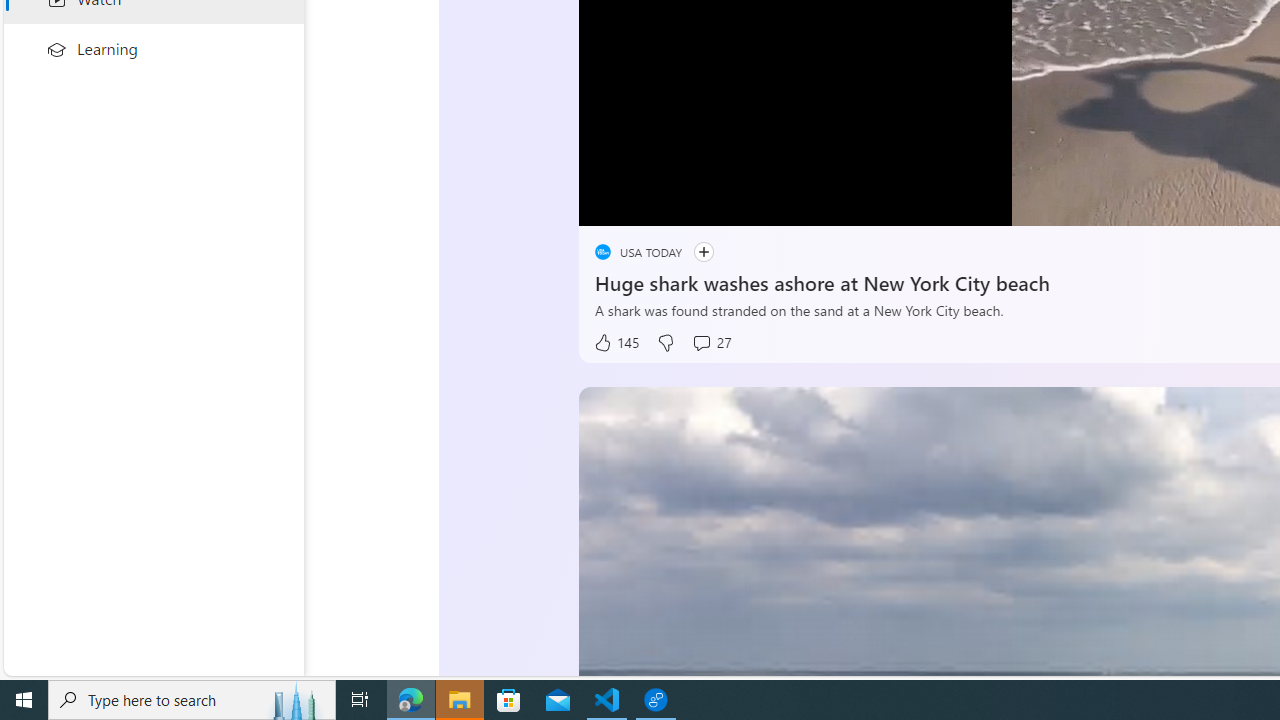  I want to click on 'placeholder USA TODAY', so click(637, 251).